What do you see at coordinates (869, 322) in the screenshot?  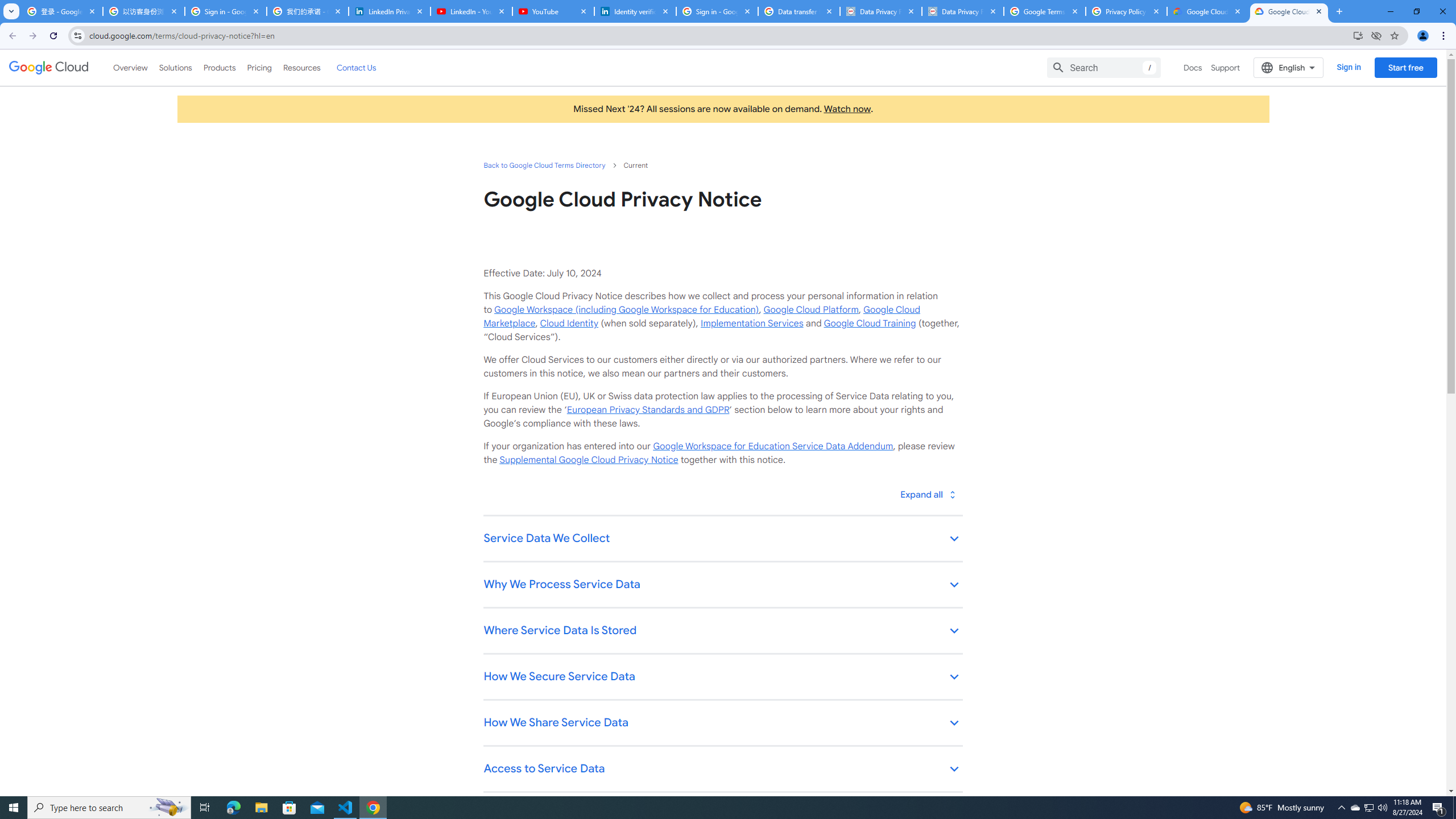 I see `'Google Cloud Training'` at bounding box center [869, 322].